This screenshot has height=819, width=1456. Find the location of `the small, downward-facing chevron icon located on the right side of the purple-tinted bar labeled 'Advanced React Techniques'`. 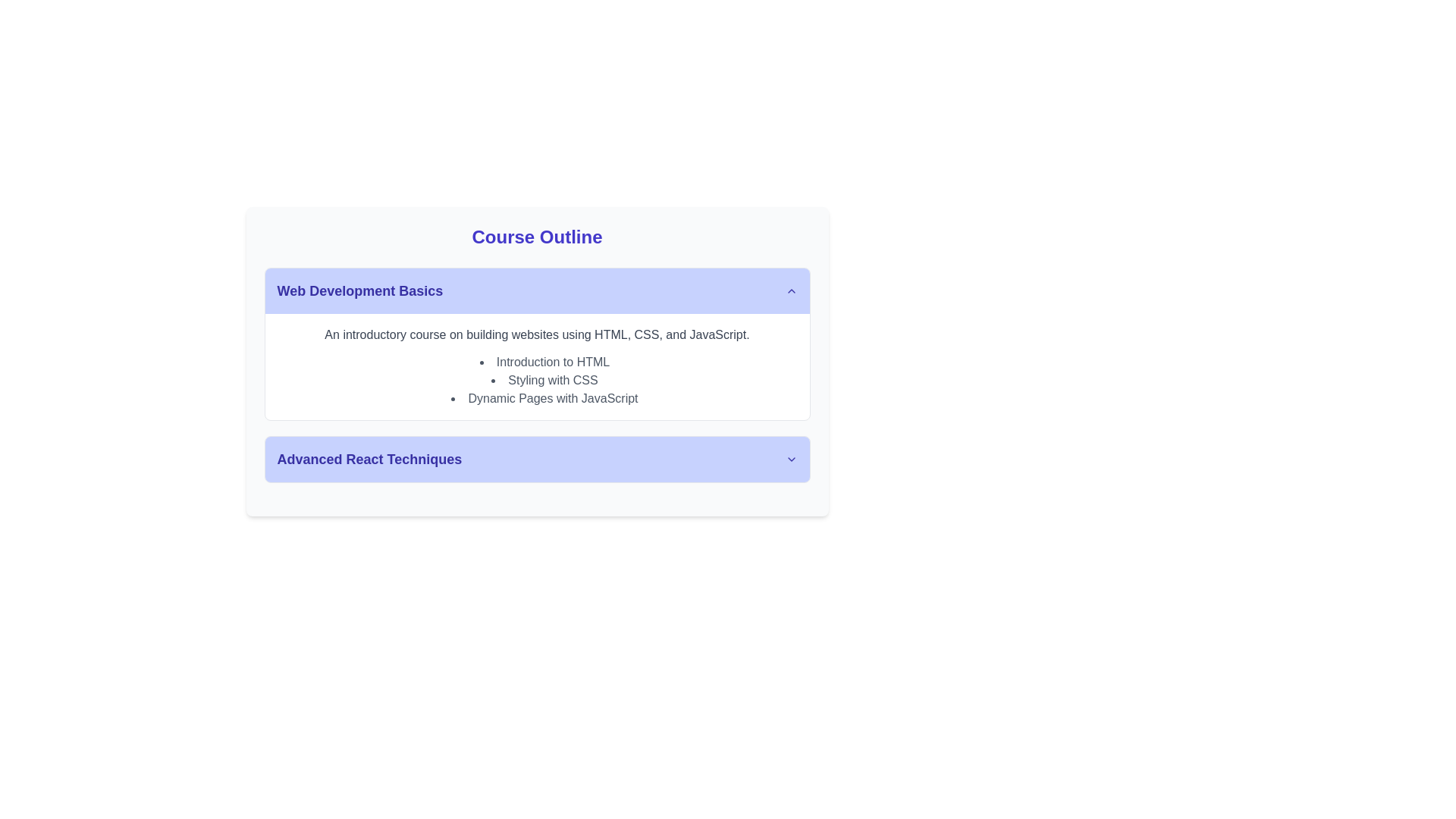

the small, downward-facing chevron icon located on the right side of the purple-tinted bar labeled 'Advanced React Techniques' is located at coordinates (790, 458).